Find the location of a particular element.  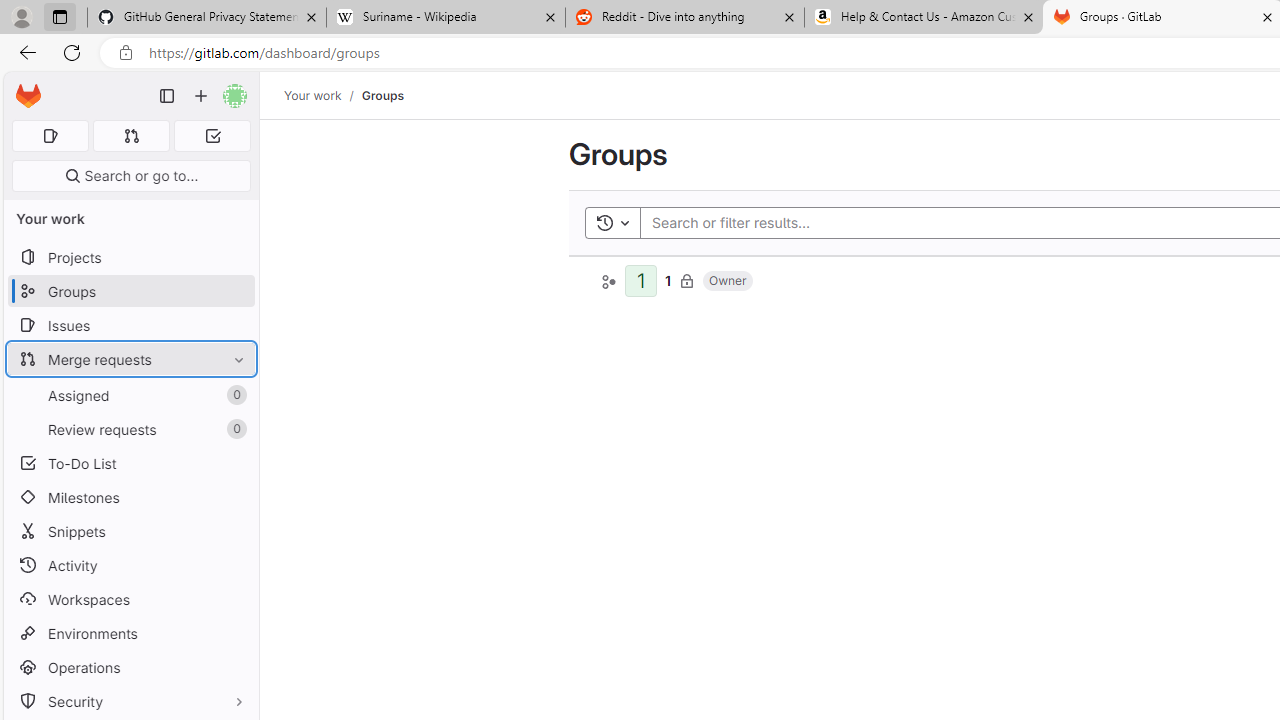

'Milestones' is located at coordinates (130, 496).